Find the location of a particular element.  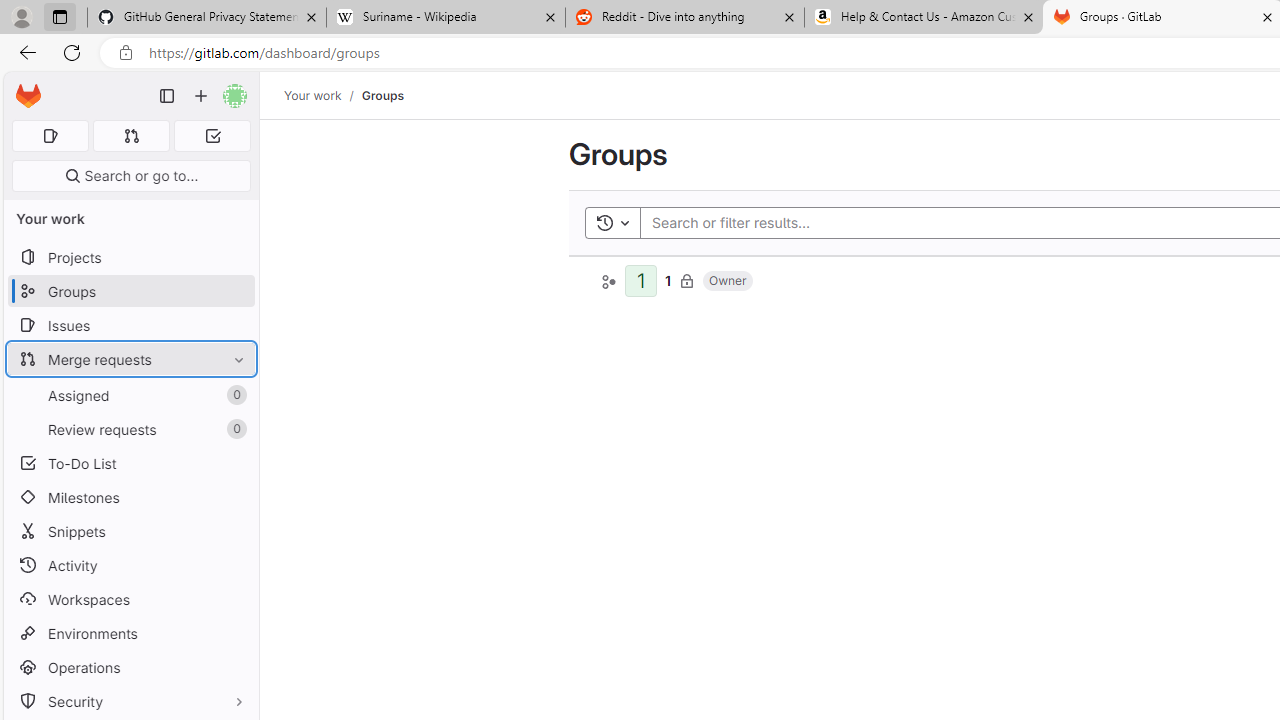

'Milestones' is located at coordinates (130, 496).